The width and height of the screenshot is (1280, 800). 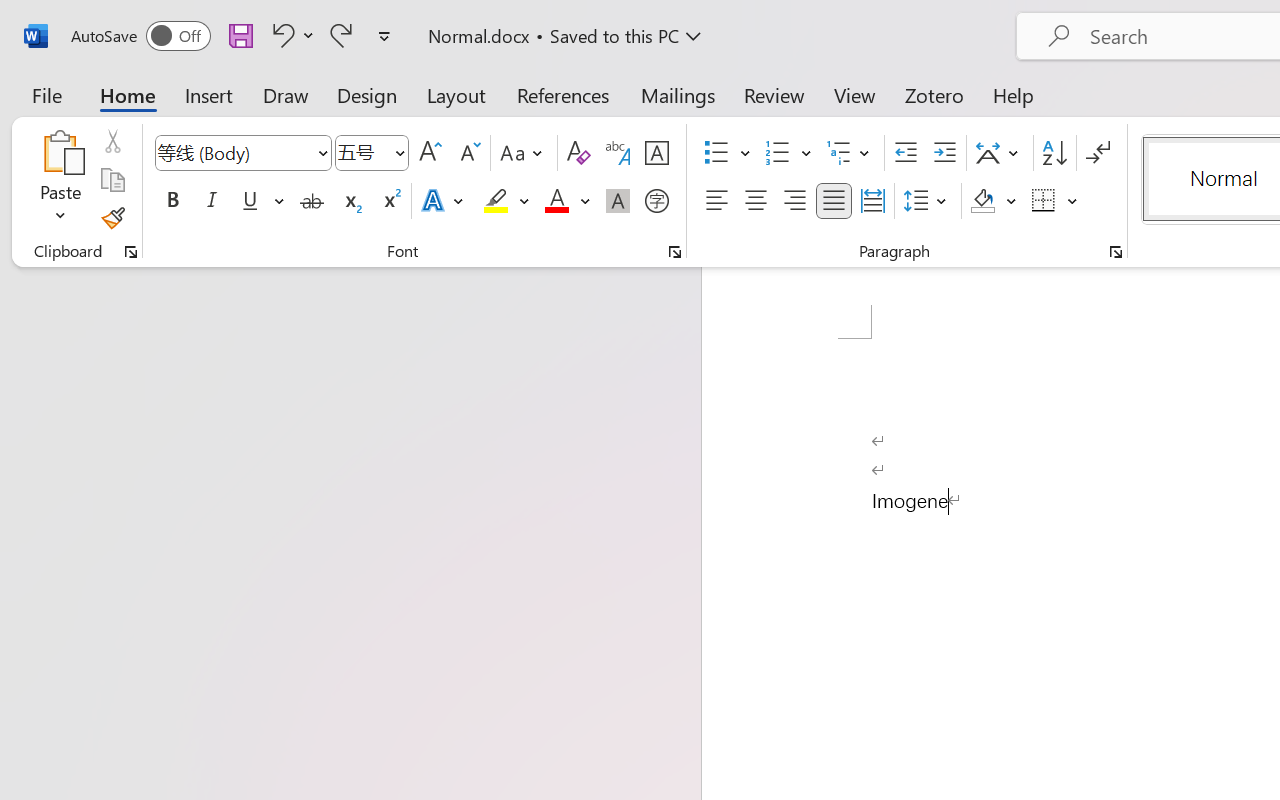 What do you see at coordinates (755, 201) in the screenshot?
I see `'Center'` at bounding box center [755, 201].